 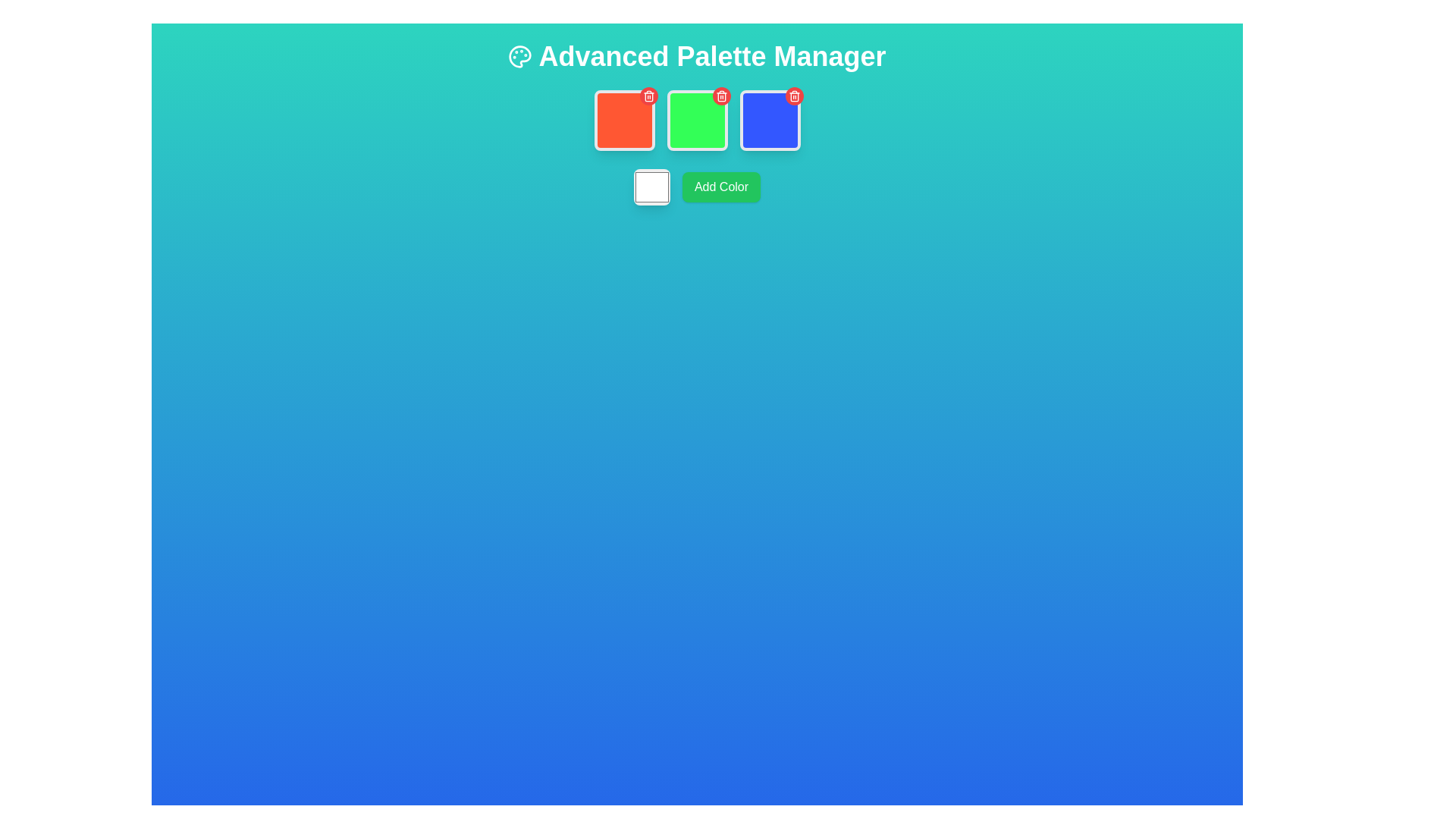 I want to click on the small circular red button with a white trashcan icon located at the upper-right corner of the blue square card to change its background color, so click(x=793, y=96).